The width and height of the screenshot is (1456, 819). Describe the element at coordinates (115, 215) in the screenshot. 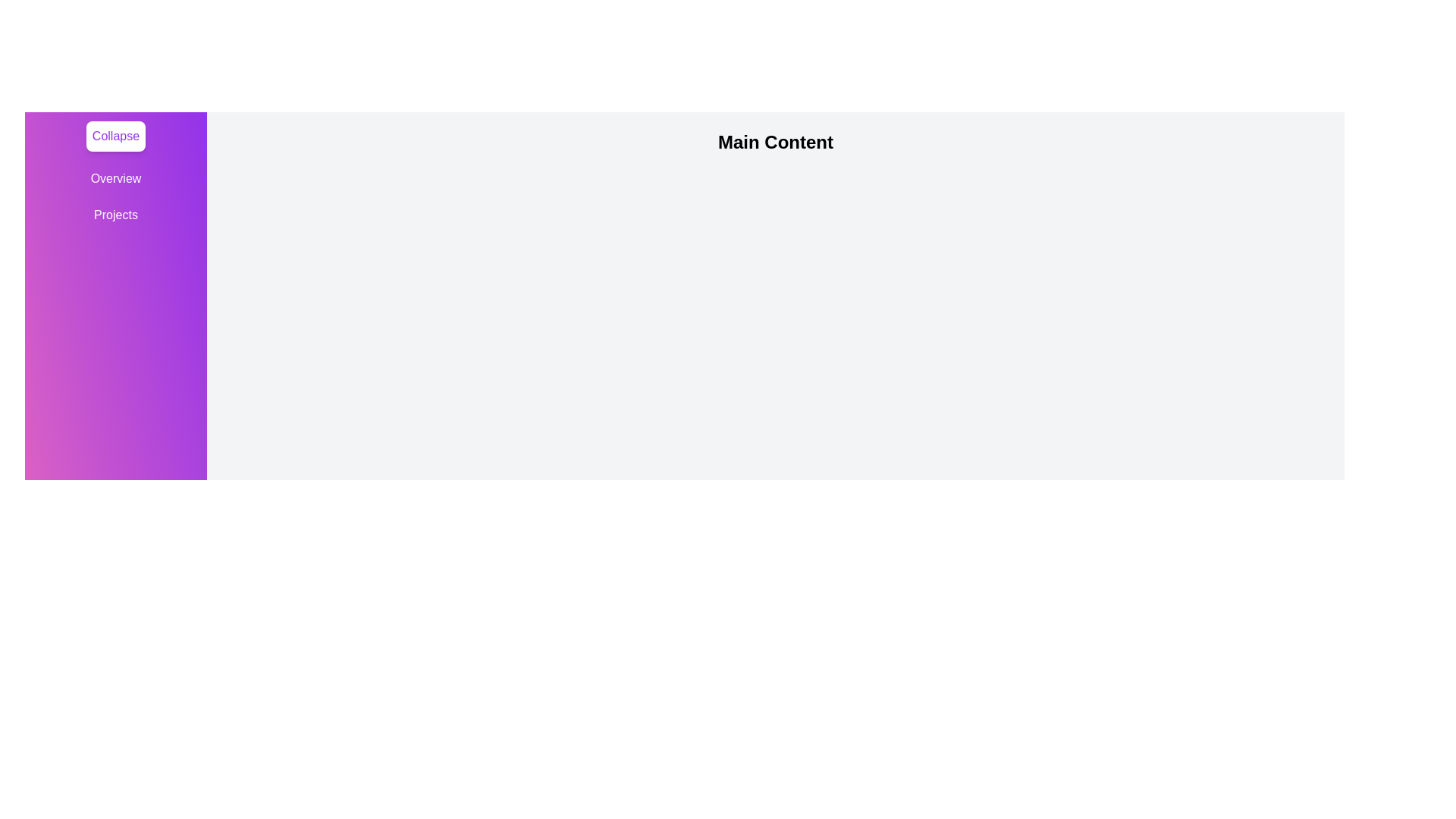

I see `the tab Projects from the drawer` at that location.